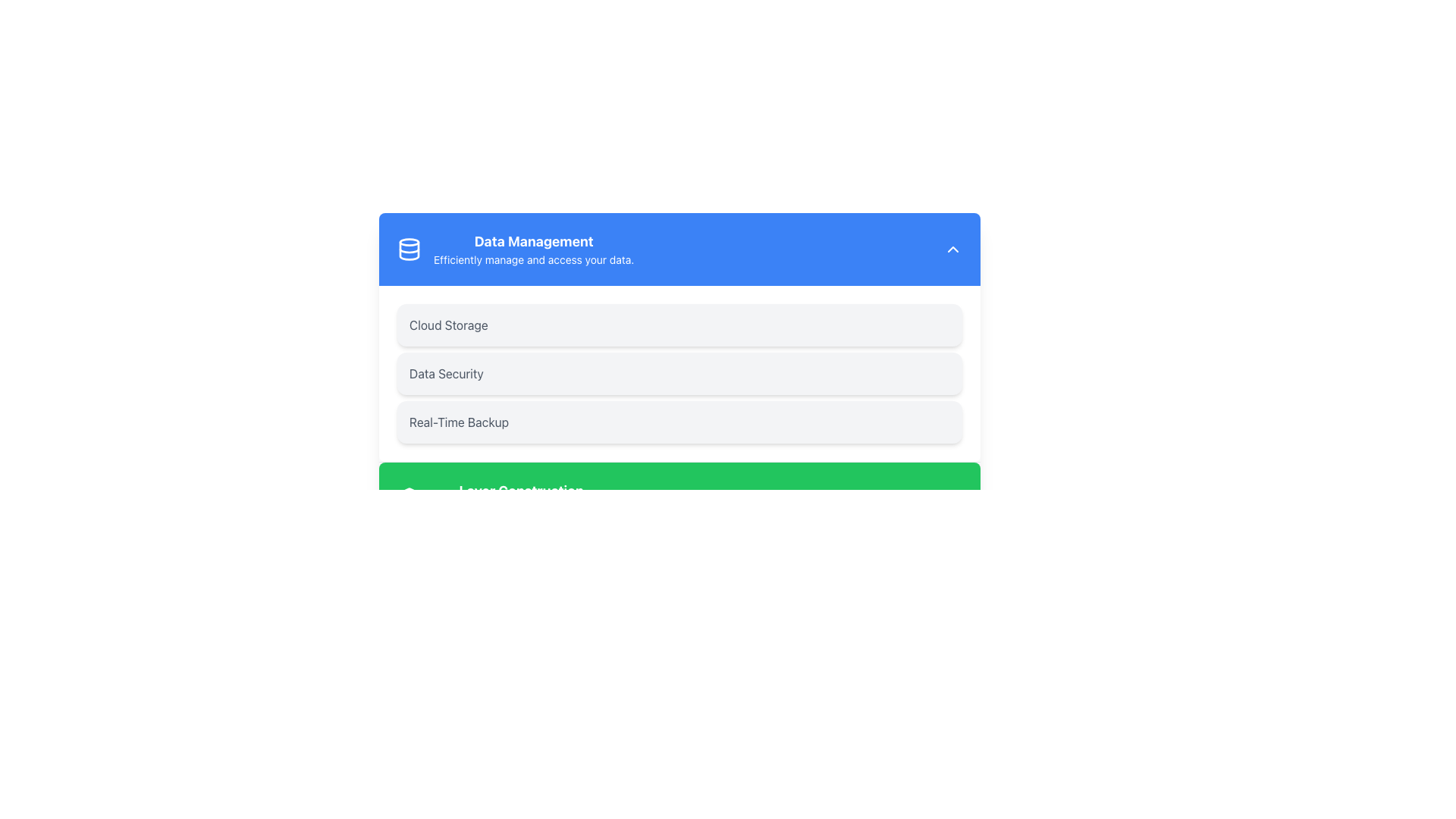 This screenshot has height=819, width=1456. Describe the element at coordinates (445, 374) in the screenshot. I see `text from the 'Data Security' label, which is a gray, medium-sized text label located in the second entry of a vertical list within the 'Data Management' card` at that location.